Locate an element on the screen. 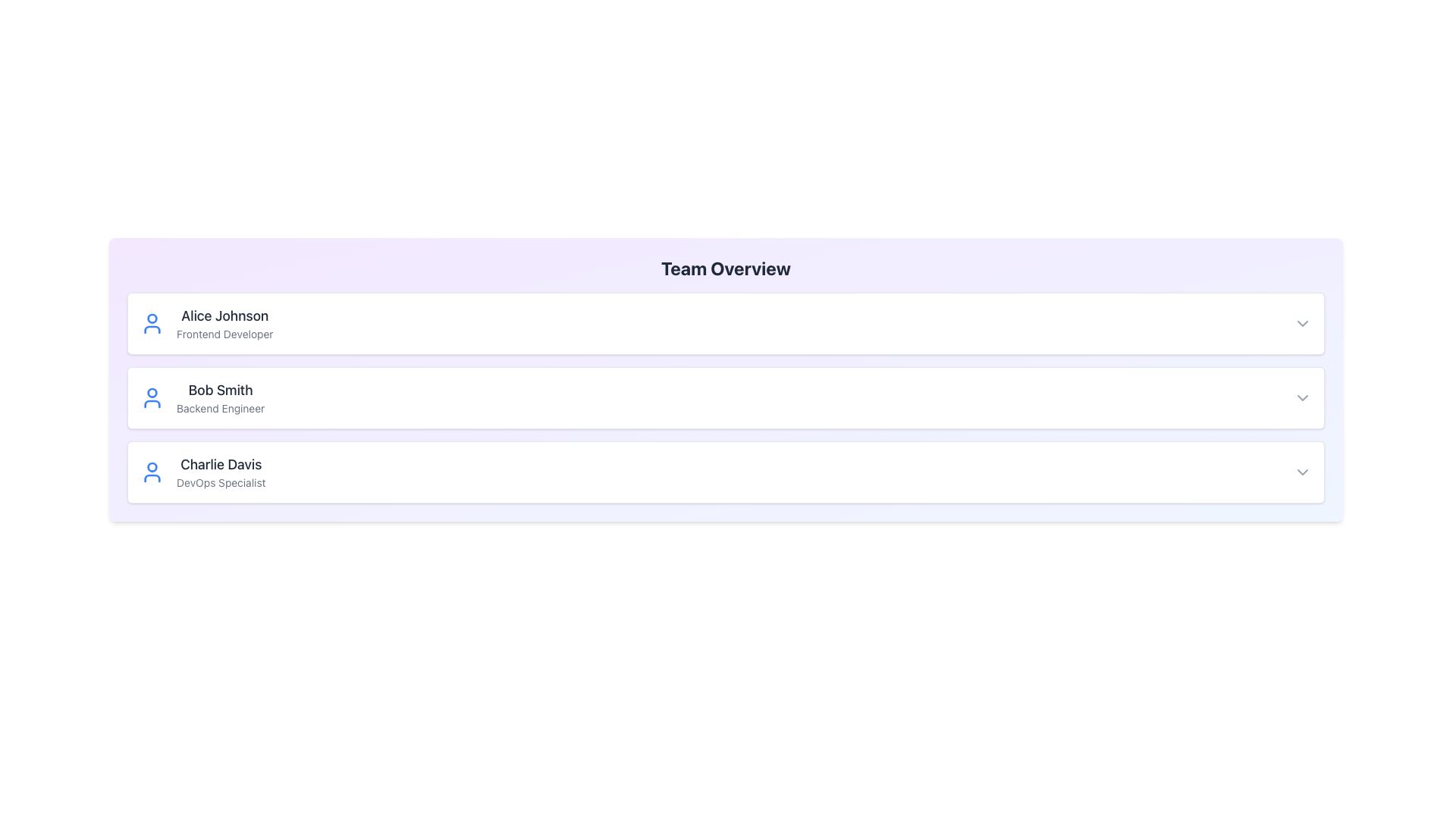 This screenshot has width=1456, height=819. the toggle button at the far right end of the horizontal bar associated with 'Bob Smith' is located at coordinates (1302, 397).